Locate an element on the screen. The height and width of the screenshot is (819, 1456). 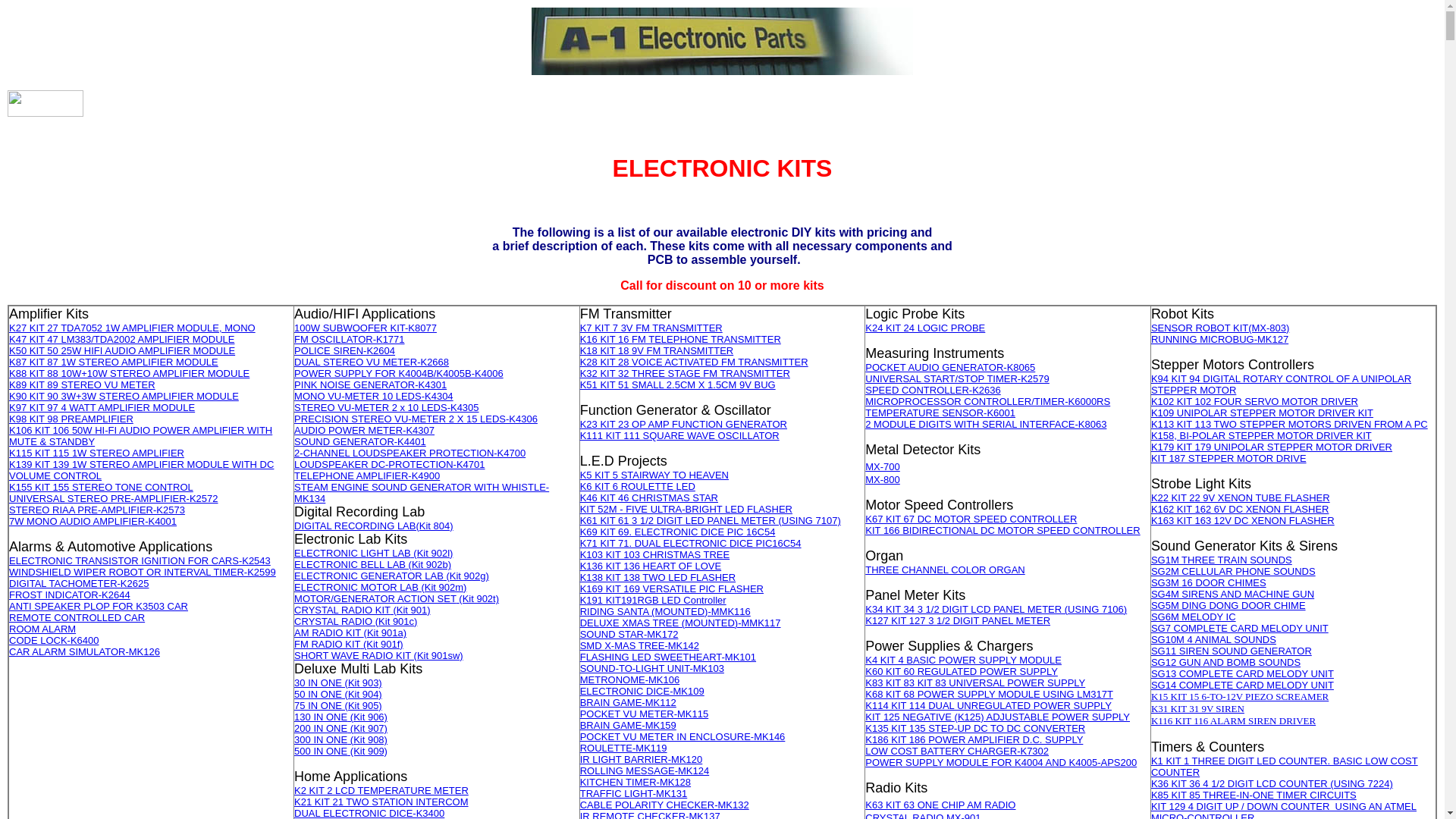
'PINK NOISE GENERATOR-K4301' is located at coordinates (370, 383).